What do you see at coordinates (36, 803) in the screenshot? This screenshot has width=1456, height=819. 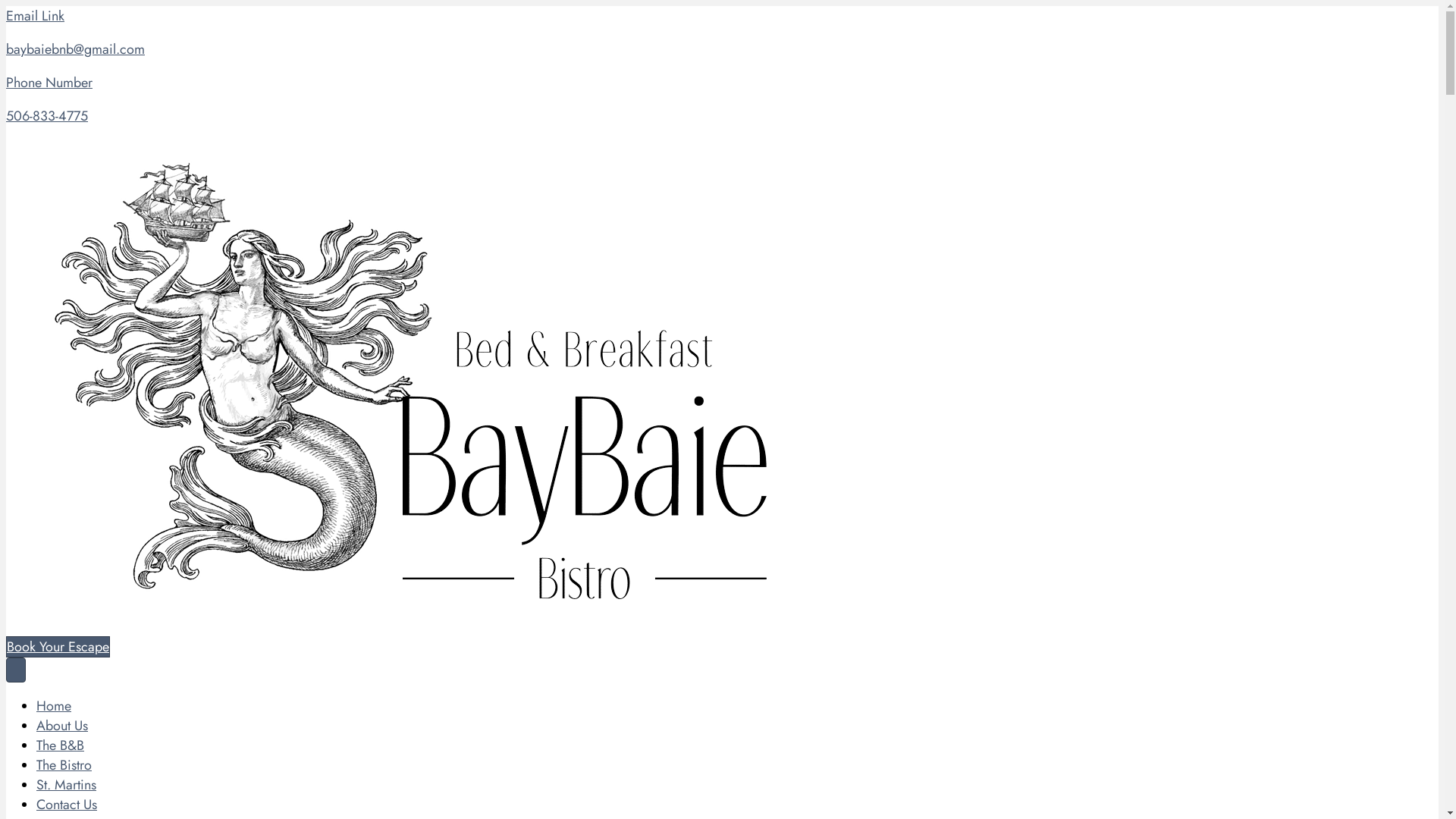 I see `'Contact Us'` at bounding box center [36, 803].